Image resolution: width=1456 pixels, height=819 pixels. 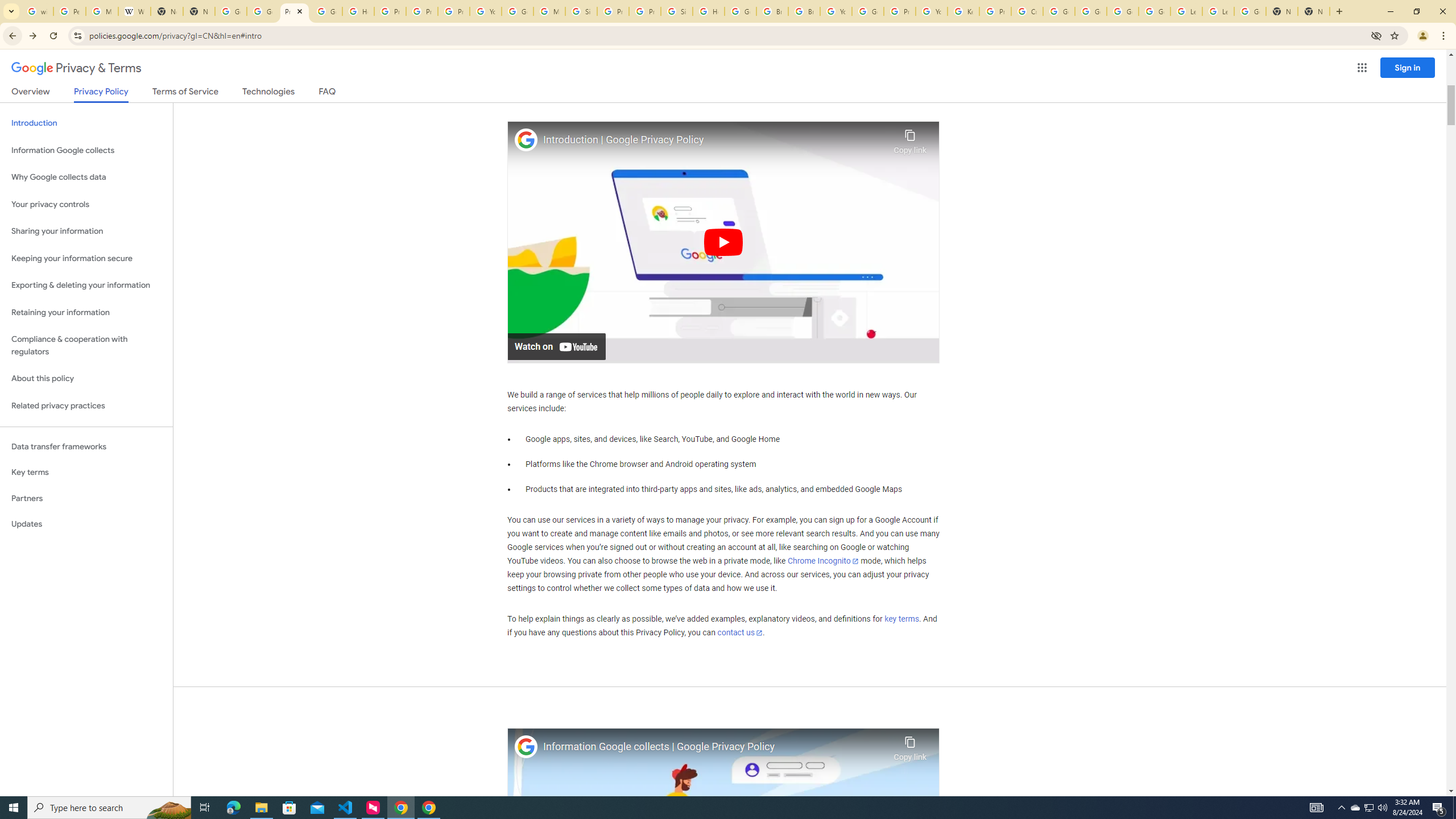 What do you see at coordinates (134, 11) in the screenshot?
I see `'Wikipedia:Edit requests - Wikipedia'` at bounding box center [134, 11].